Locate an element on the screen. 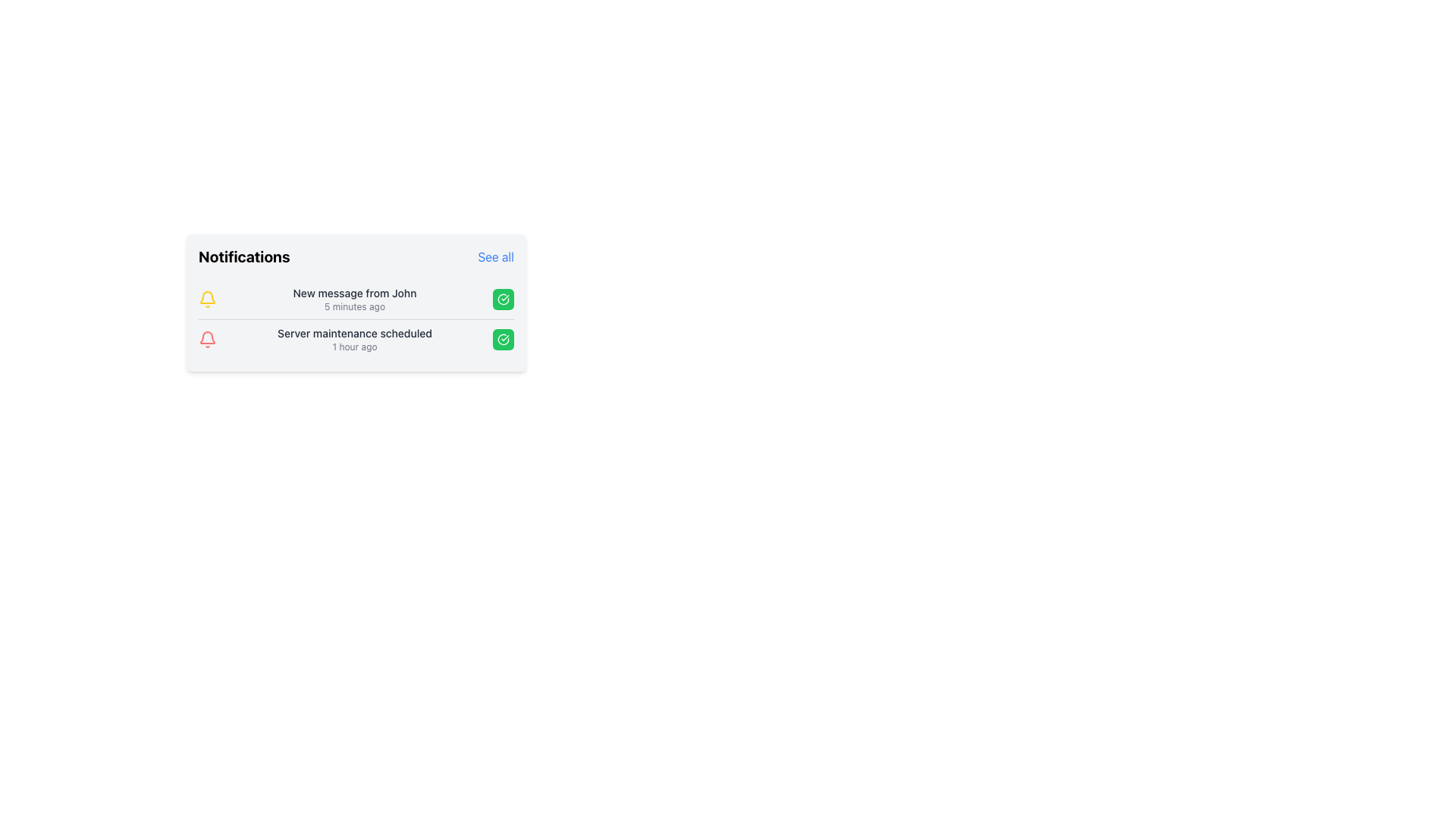 Image resolution: width=1456 pixels, height=819 pixels. the curved line segment of the green circular checkmark icon indicating 'Server maintenance scheduled' in the notification bar is located at coordinates (503, 299).